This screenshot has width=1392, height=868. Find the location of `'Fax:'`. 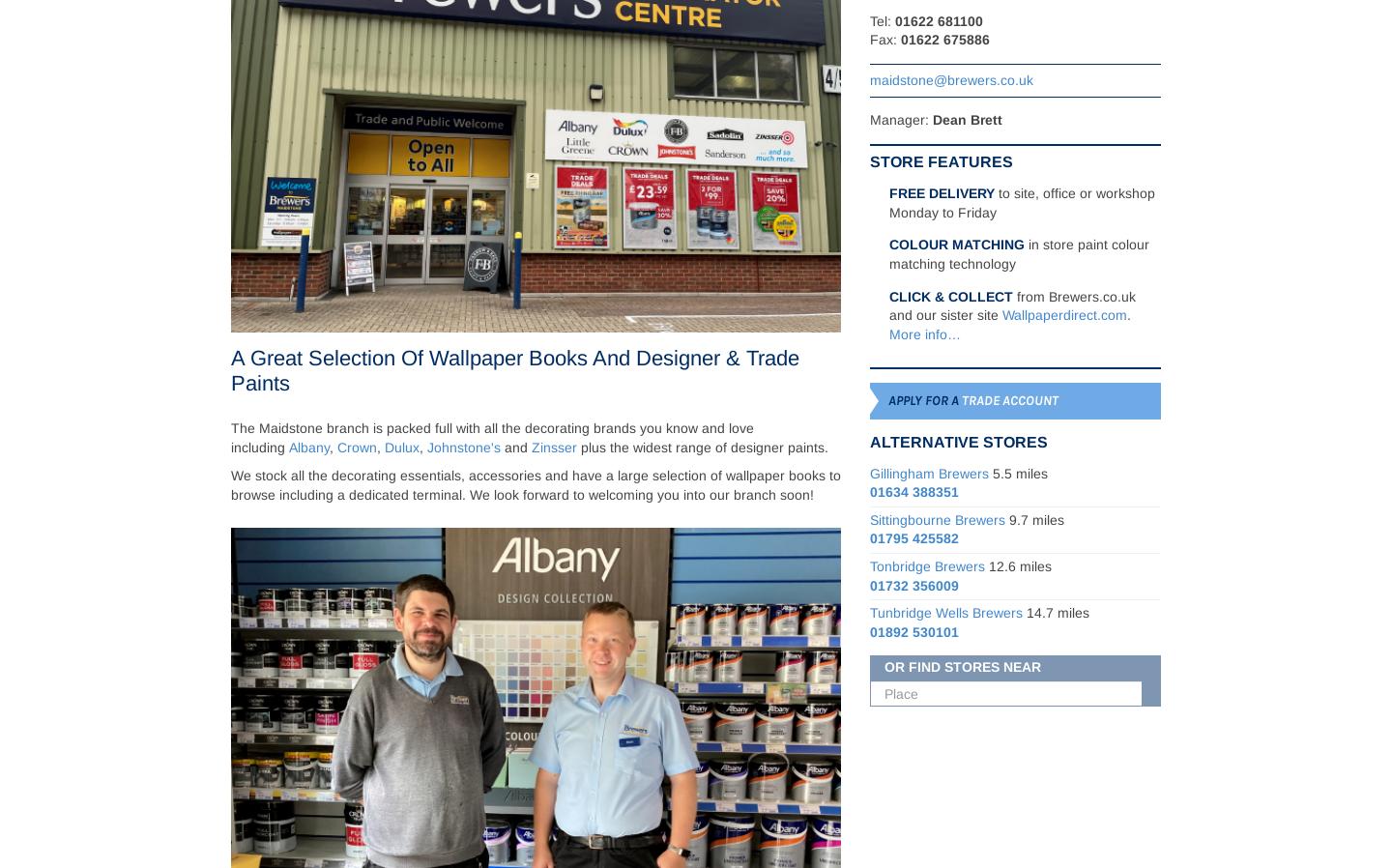

'Fax:' is located at coordinates (884, 39).